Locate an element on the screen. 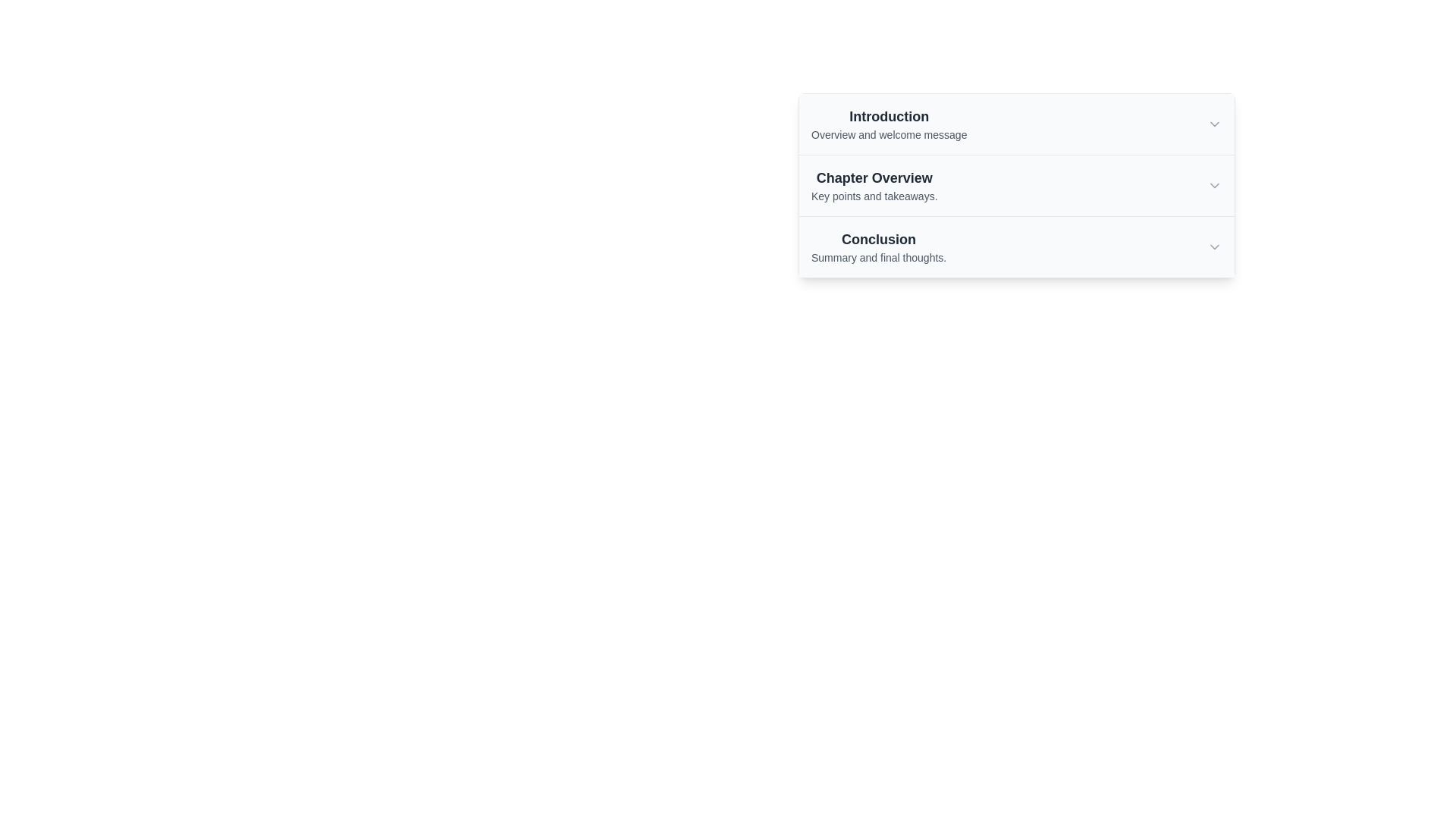 The image size is (1456, 819). the Text block containing the bold, large gray text 'Introduction' and the smaller, lighter gray text 'Overview and welcome message', which is the first item in the sidebar-like structure is located at coordinates (889, 124).